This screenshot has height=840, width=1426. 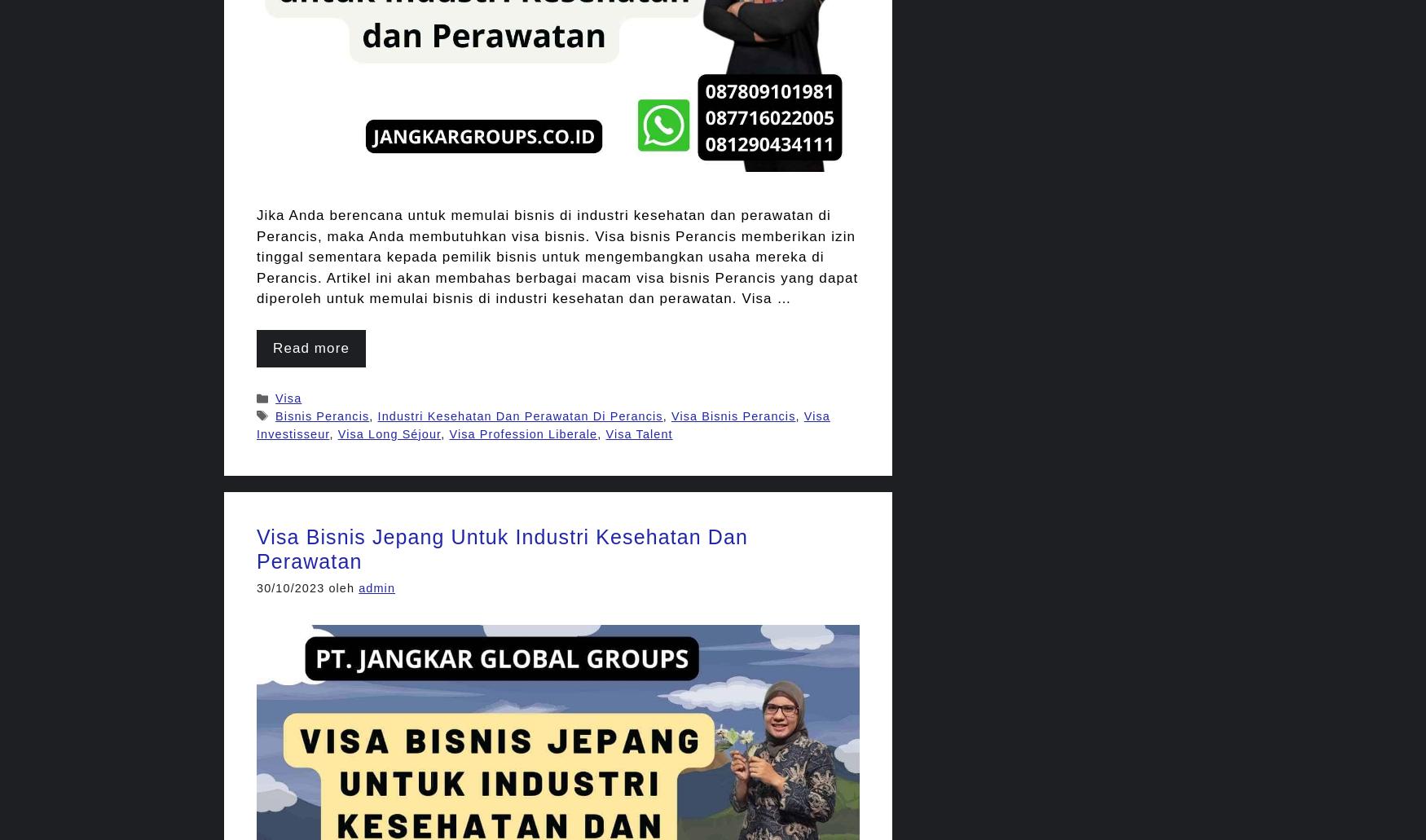 What do you see at coordinates (290, 587) in the screenshot?
I see `'30/10/2023'` at bounding box center [290, 587].